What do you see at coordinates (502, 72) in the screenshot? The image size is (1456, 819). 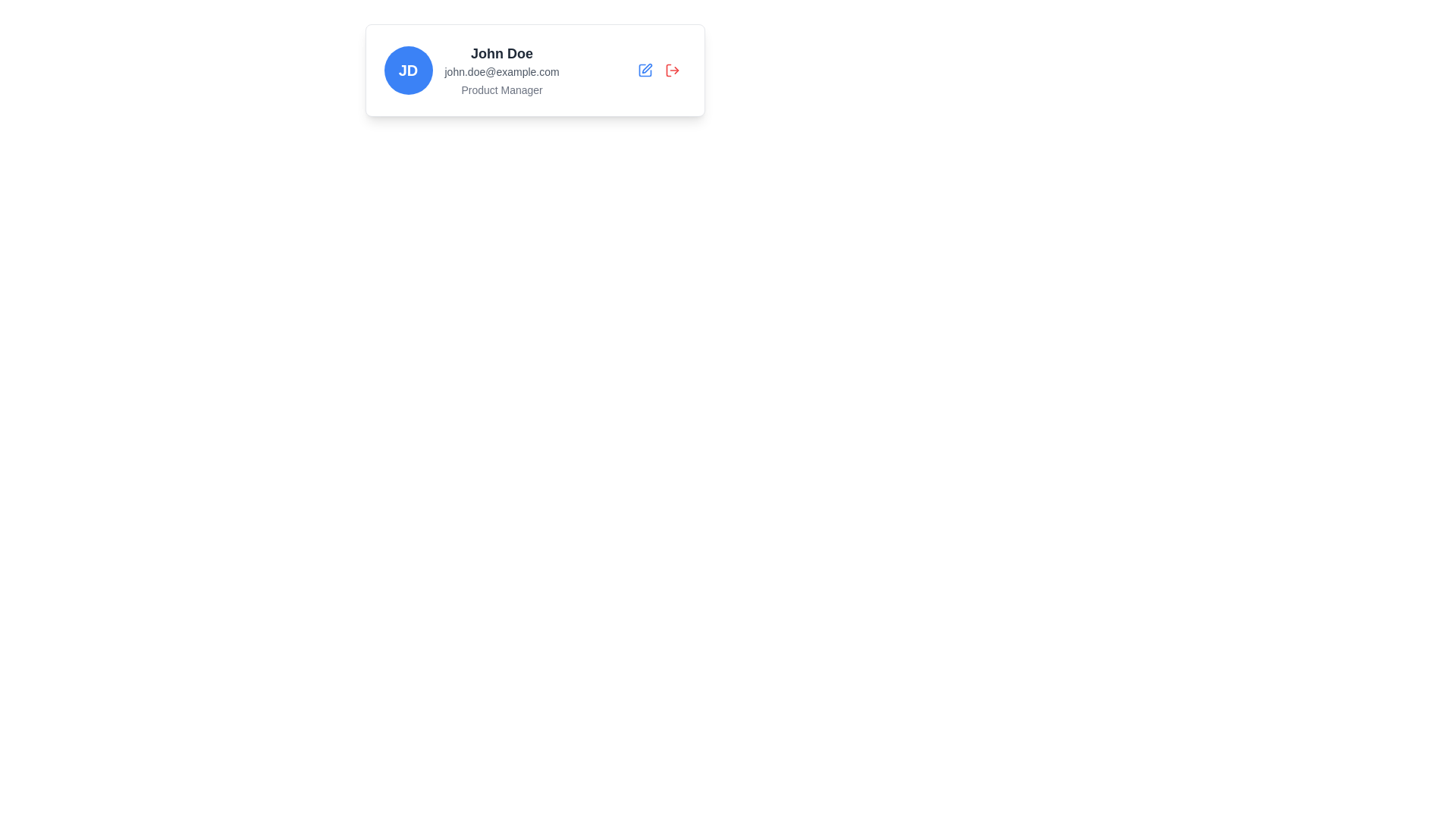 I see `the informational text displaying the email address located beneath 'John Doe' and above 'Product Manager'` at bounding box center [502, 72].